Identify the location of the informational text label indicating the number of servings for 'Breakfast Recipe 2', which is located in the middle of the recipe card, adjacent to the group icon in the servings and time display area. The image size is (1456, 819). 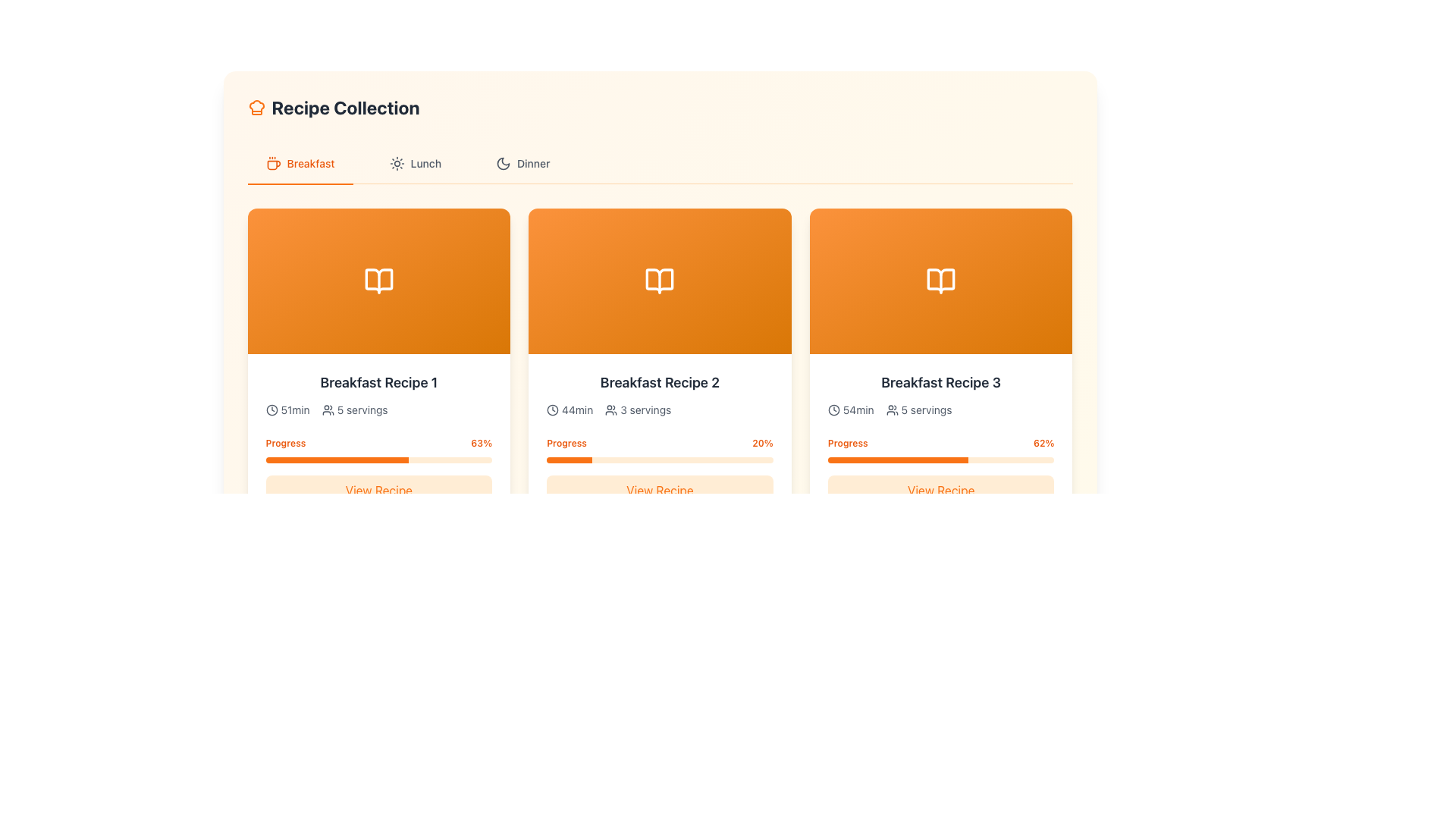
(645, 409).